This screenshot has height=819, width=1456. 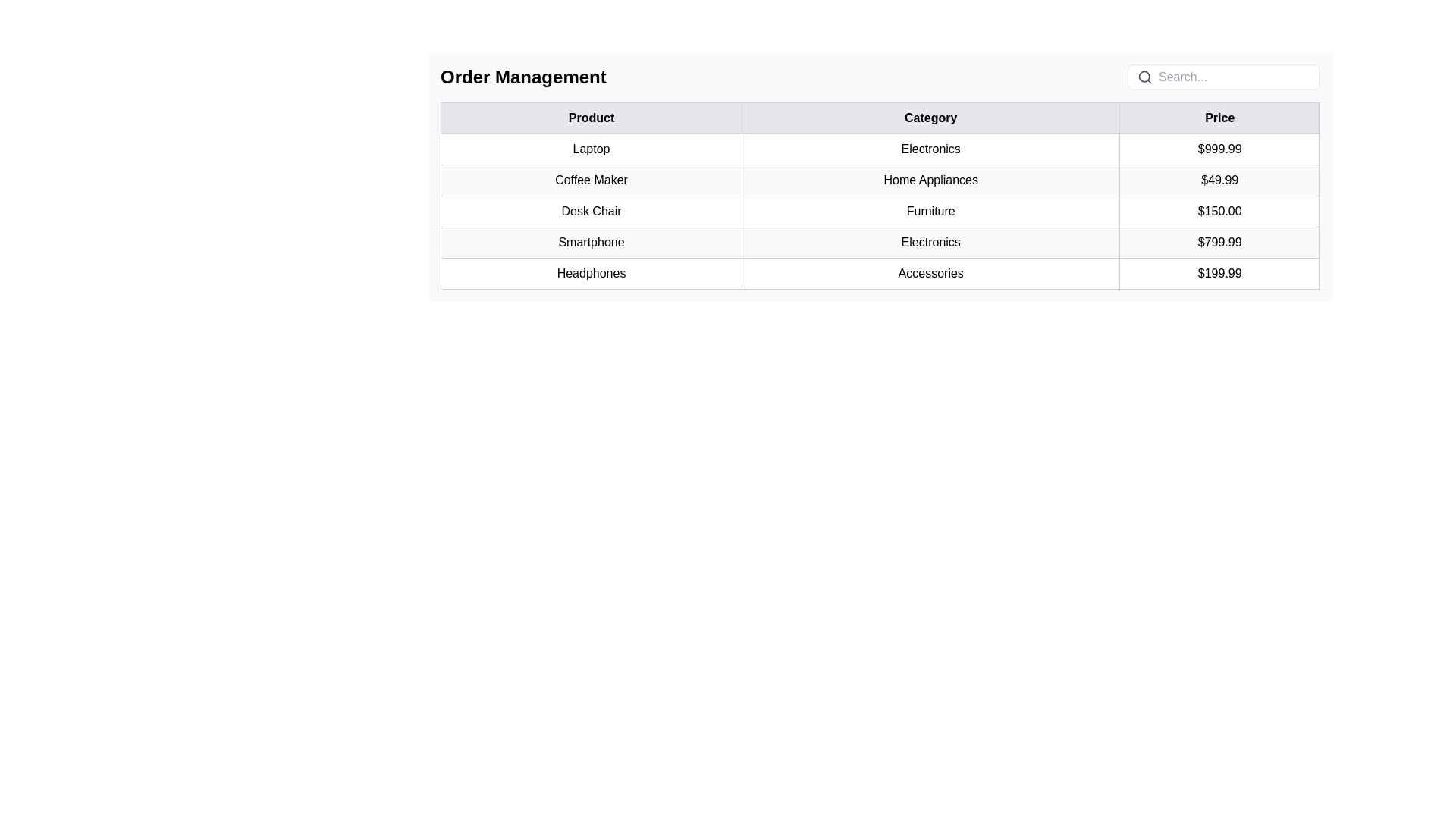 I want to click on the second row of the table which contains the product name 'Coffee Maker', category 'Home Appliances', and price '$49.99'. This row has a white background and is positioned directly under the header row, so click(x=880, y=180).